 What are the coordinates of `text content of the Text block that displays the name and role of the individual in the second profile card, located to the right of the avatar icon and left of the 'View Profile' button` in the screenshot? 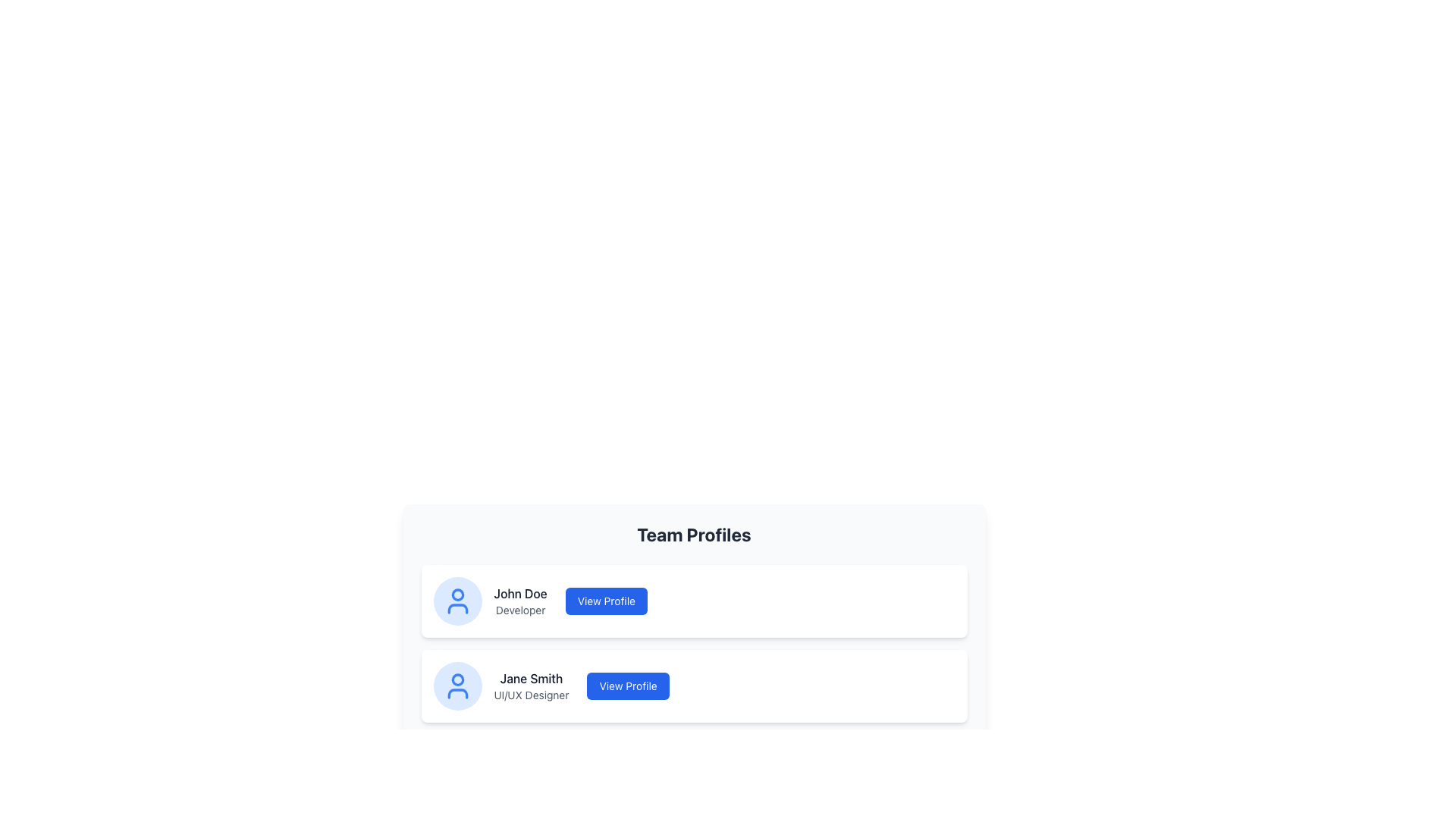 It's located at (531, 686).